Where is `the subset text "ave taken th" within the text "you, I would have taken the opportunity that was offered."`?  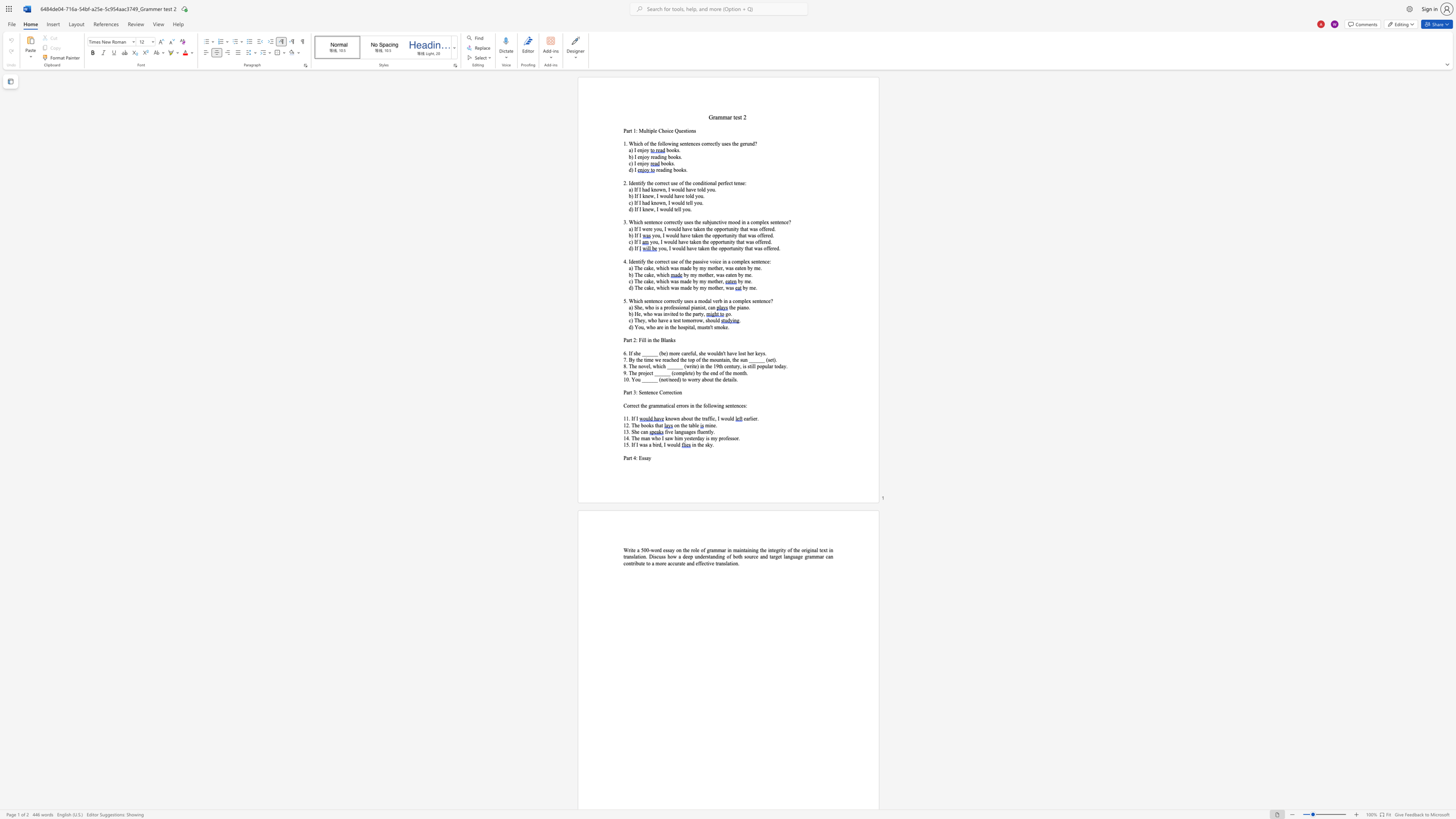 the subset text "ave taken th" within the text "you, I would have taken the opportunity that was offered." is located at coordinates (681, 241).